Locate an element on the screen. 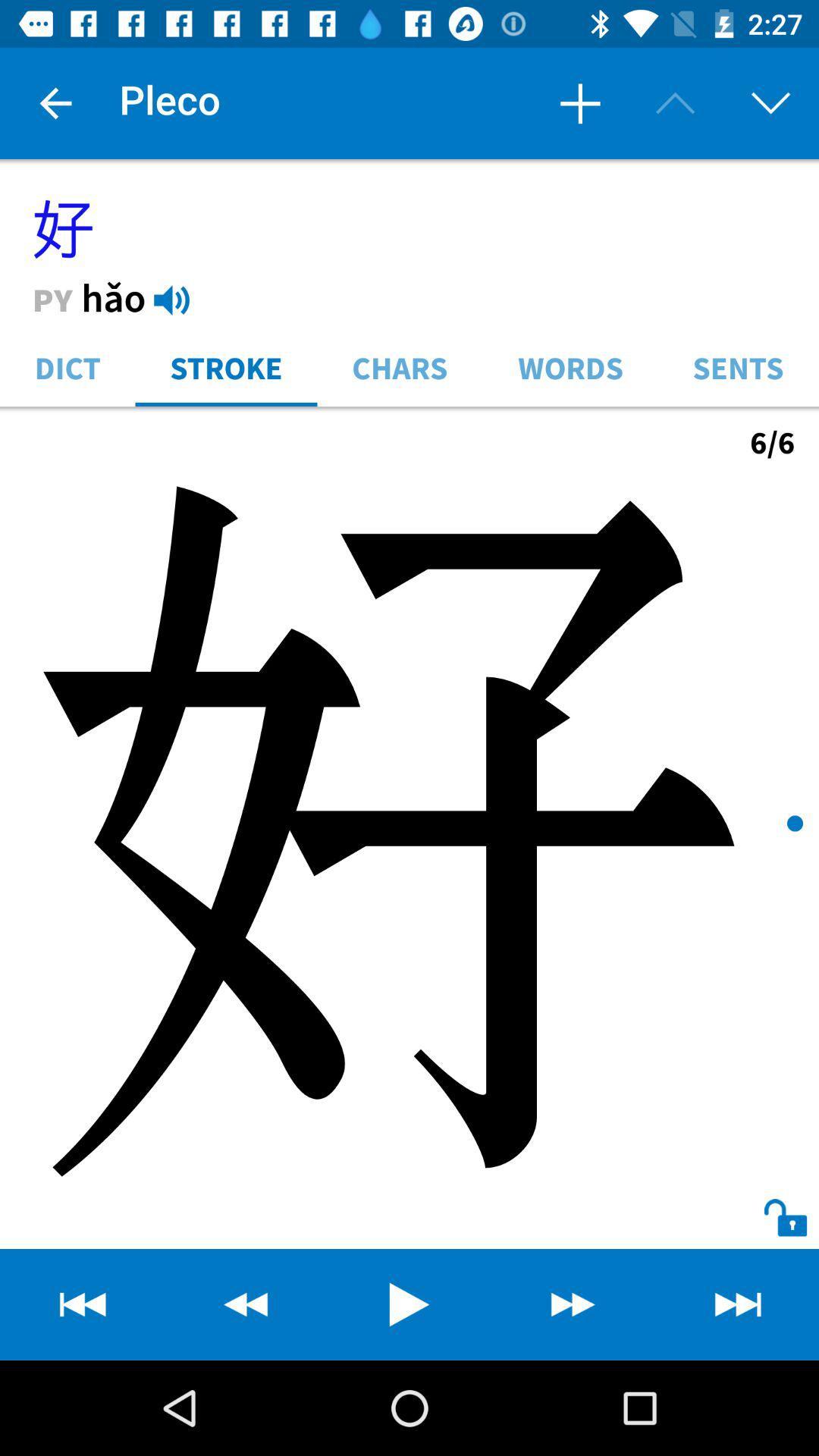 The width and height of the screenshot is (819, 1456). the av_forward icon is located at coordinates (573, 1304).